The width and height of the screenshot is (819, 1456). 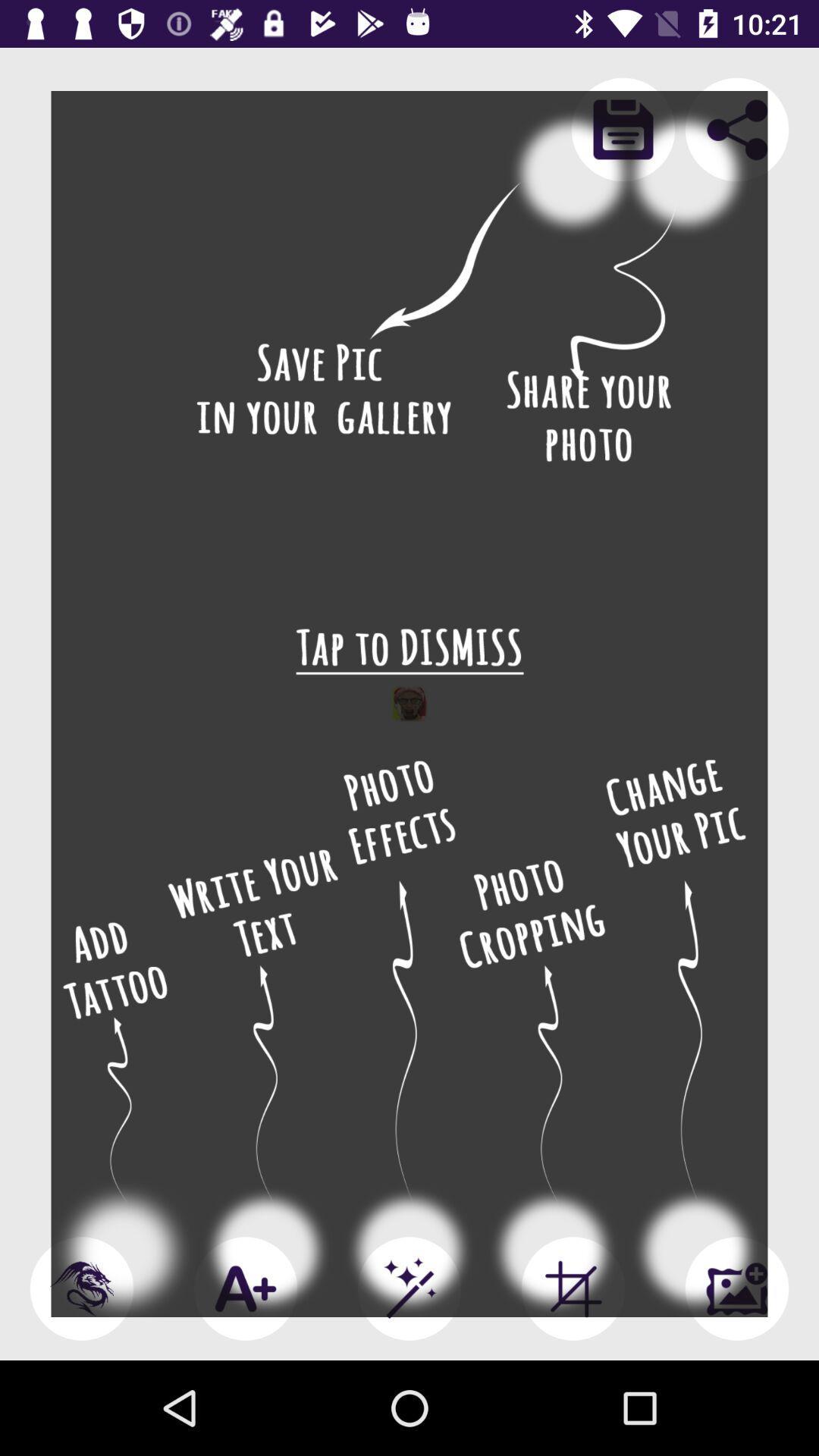 What do you see at coordinates (245, 1288) in the screenshot?
I see `the font icon` at bounding box center [245, 1288].